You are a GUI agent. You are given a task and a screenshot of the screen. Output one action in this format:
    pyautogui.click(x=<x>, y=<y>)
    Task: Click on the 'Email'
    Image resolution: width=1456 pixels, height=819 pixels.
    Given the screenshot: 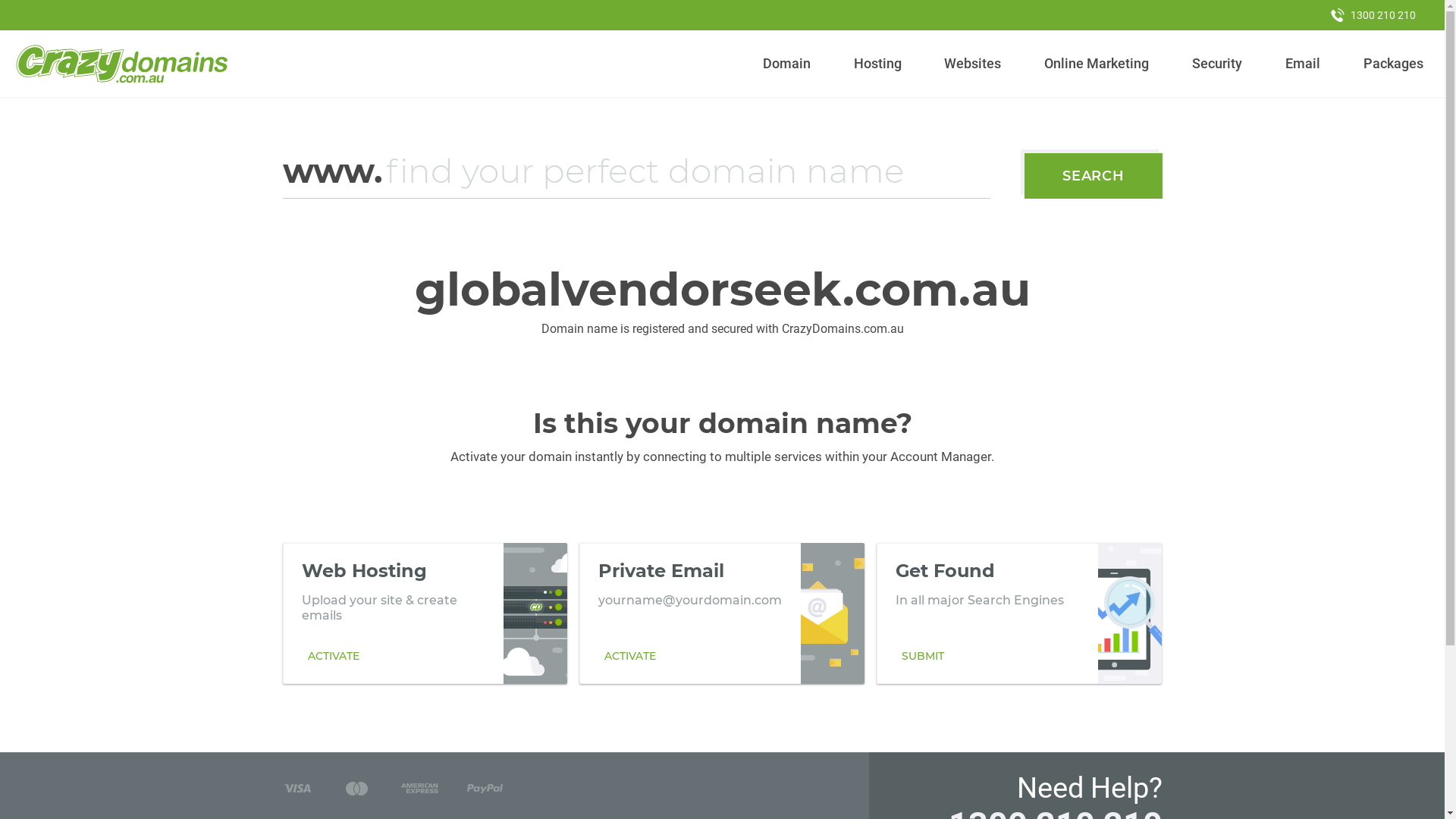 What is the action you would take?
    pyautogui.click(x=1301, y=63)
    